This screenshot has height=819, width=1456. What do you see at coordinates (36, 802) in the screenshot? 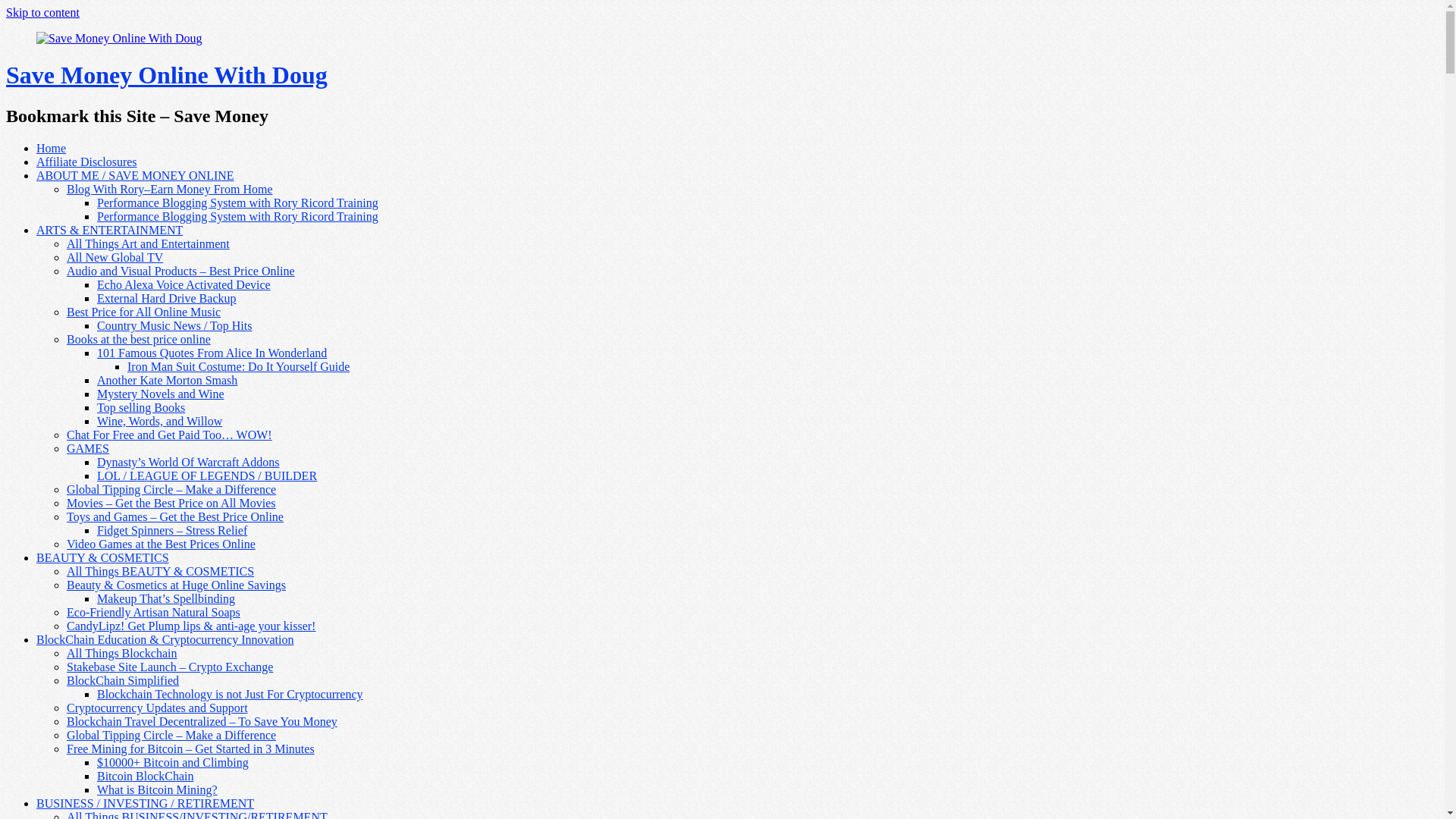
I see `'BUSINESS / INVESTING / RETIREMENT'` at bounding box center [36, 802].